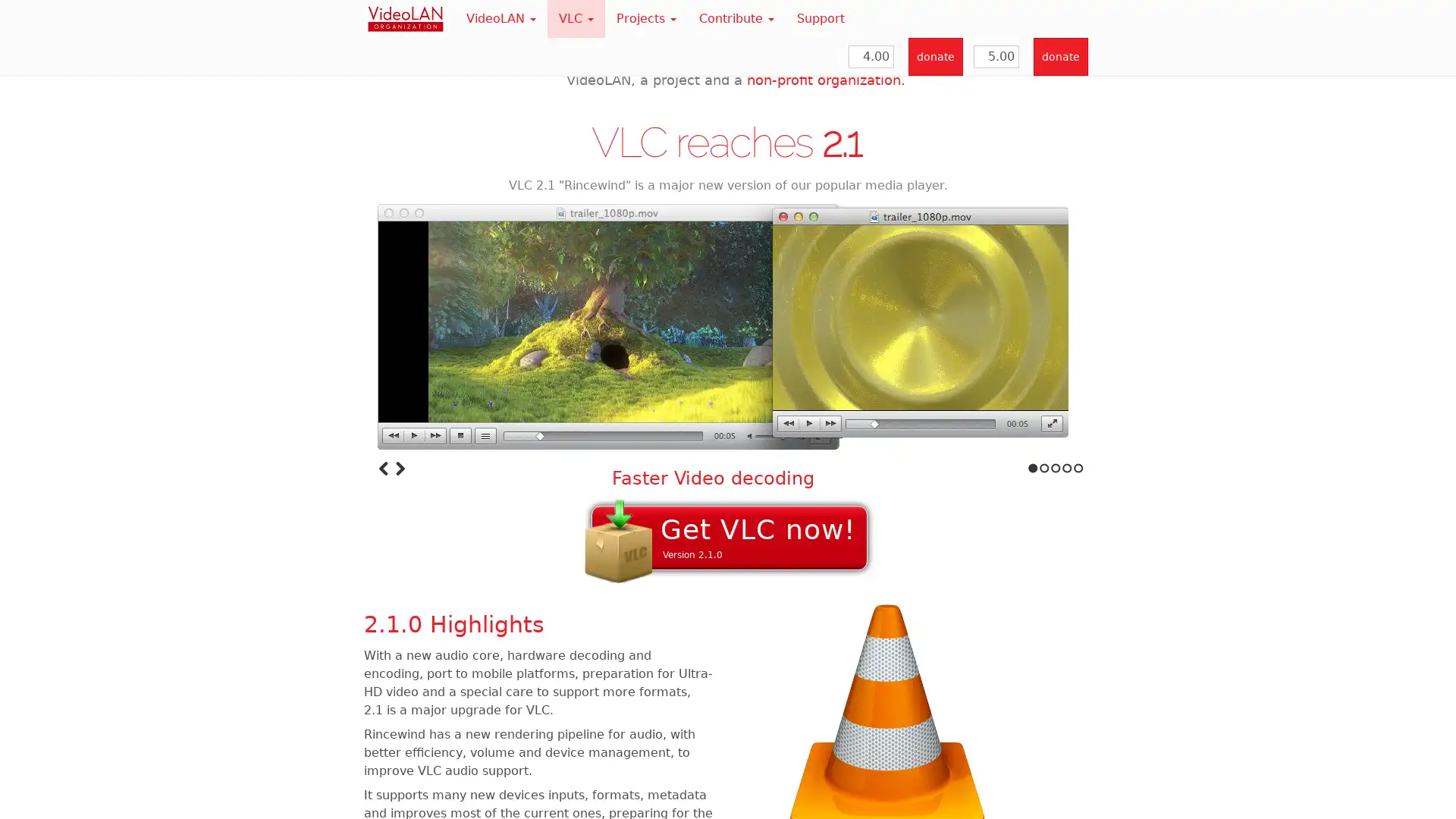 Image resolution: width=1456 pixels, height=819 pixels. What do you see at coordinates (1059, 55) in the screenshot?
I see `donate` at bounding box center [1059, 55].